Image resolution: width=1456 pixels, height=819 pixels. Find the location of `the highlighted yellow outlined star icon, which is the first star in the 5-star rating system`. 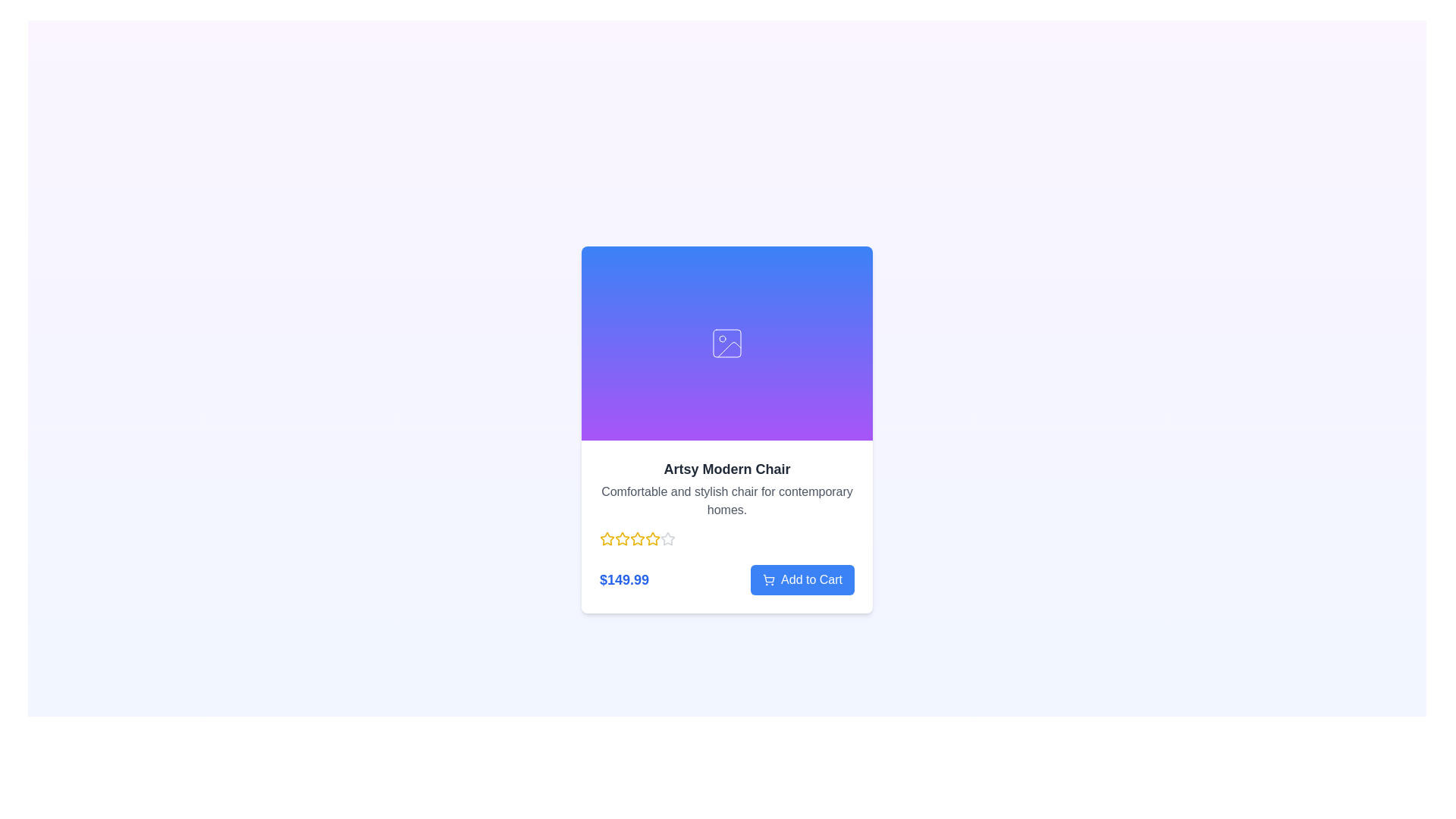

the highlighted yellow outlined star icon, which is the first star in the 5-star rating system is located at coordinates (607, 537).